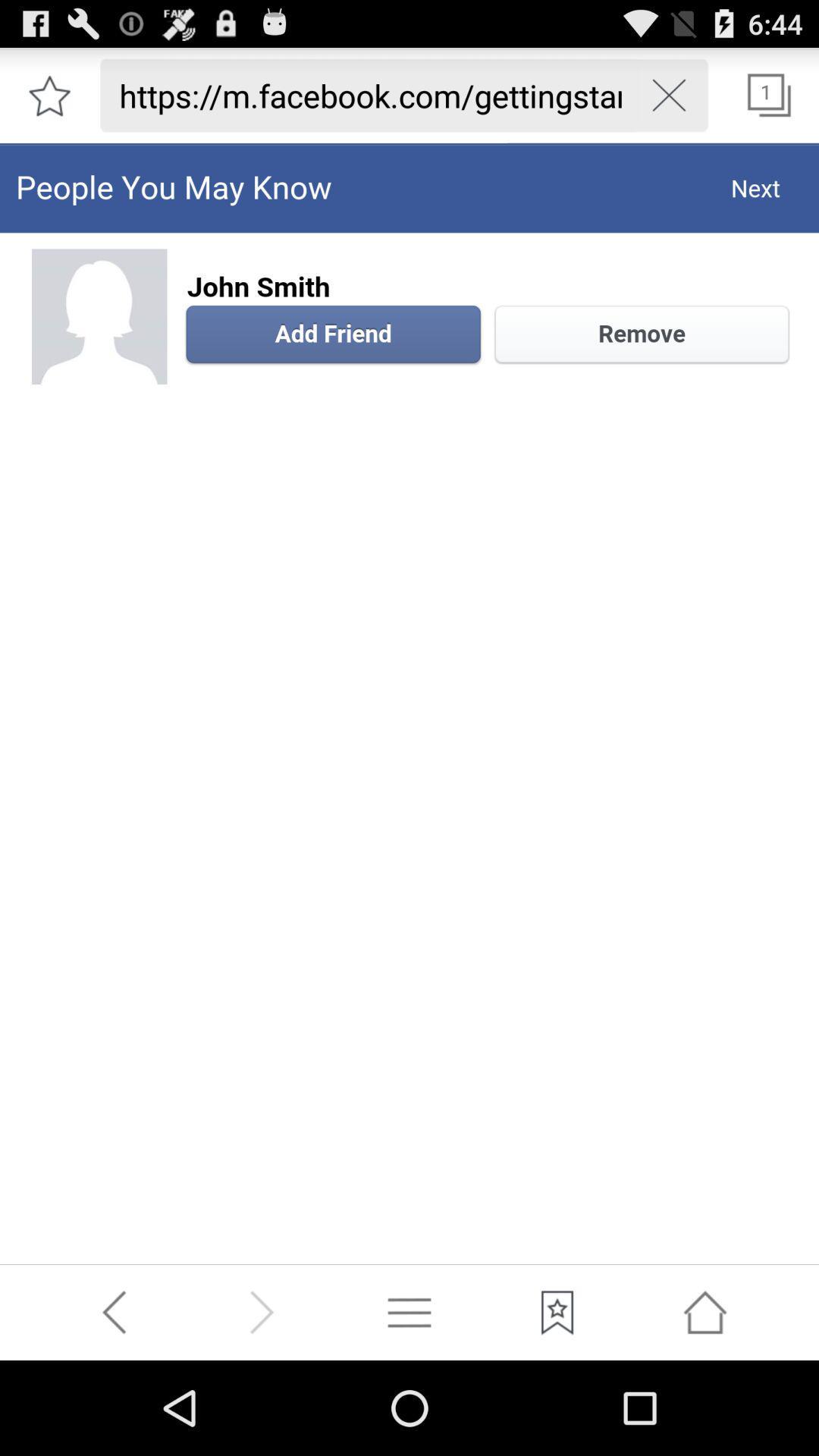 The width and height of the screenshot is (819, 1456). I want to click on the star icon, so click(49, 101).